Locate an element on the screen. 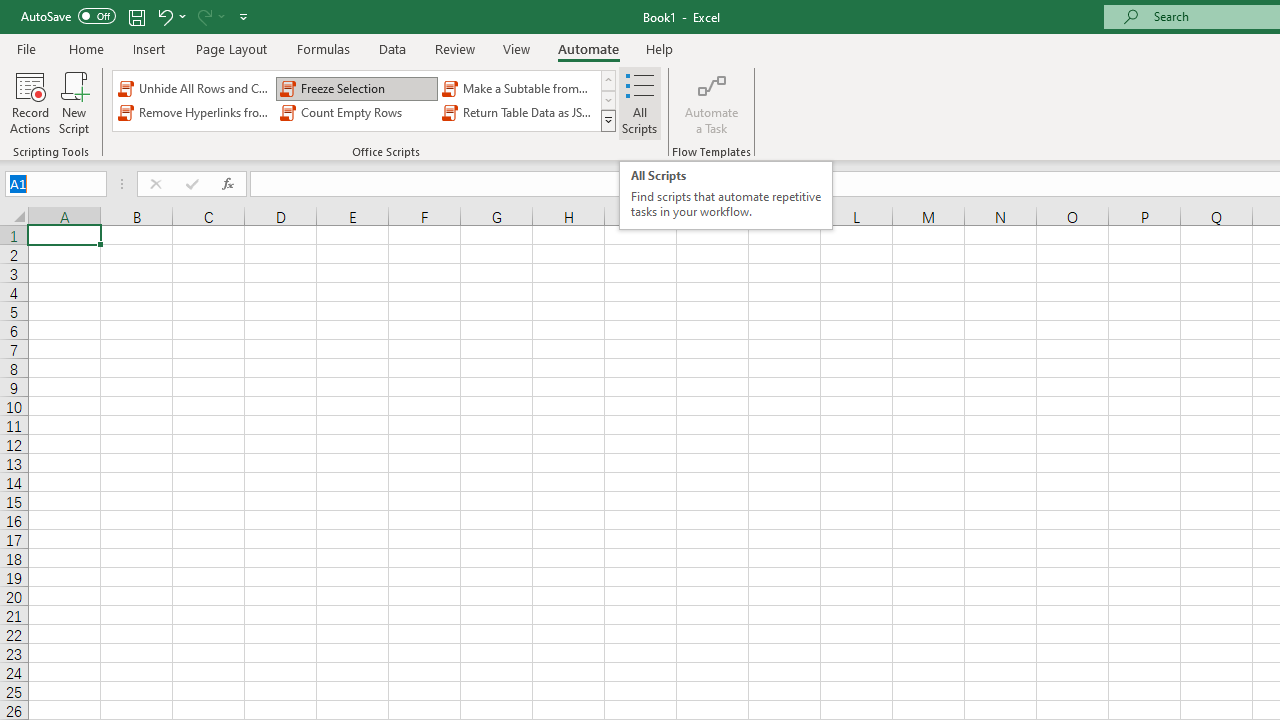 The width and height of the screenshot is (1280, 720). 'Count Empty Rows' is located at coordinates (357, 113).